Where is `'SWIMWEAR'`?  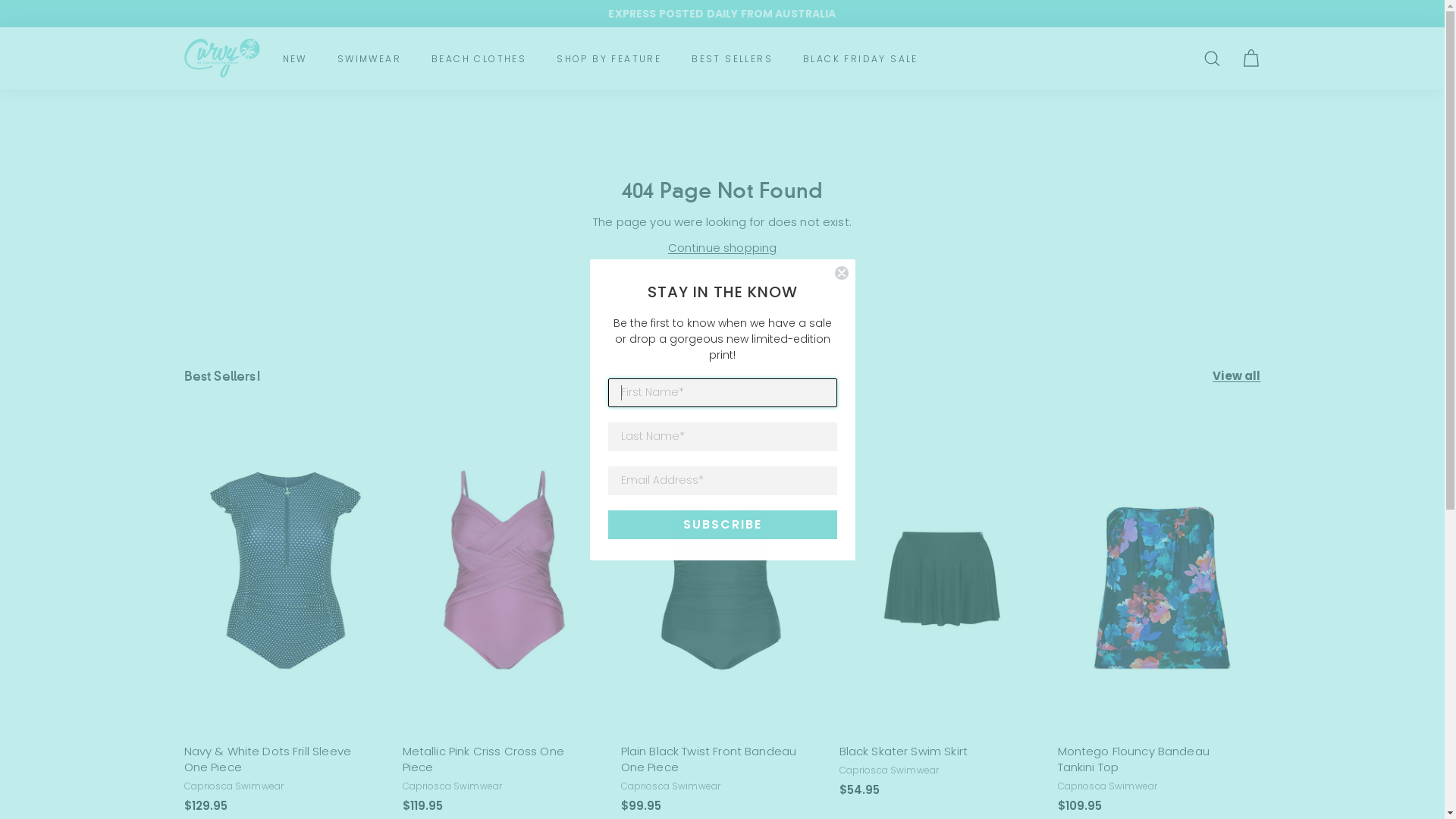
'SWIMWEAR' is located at coordinates (369, 58).